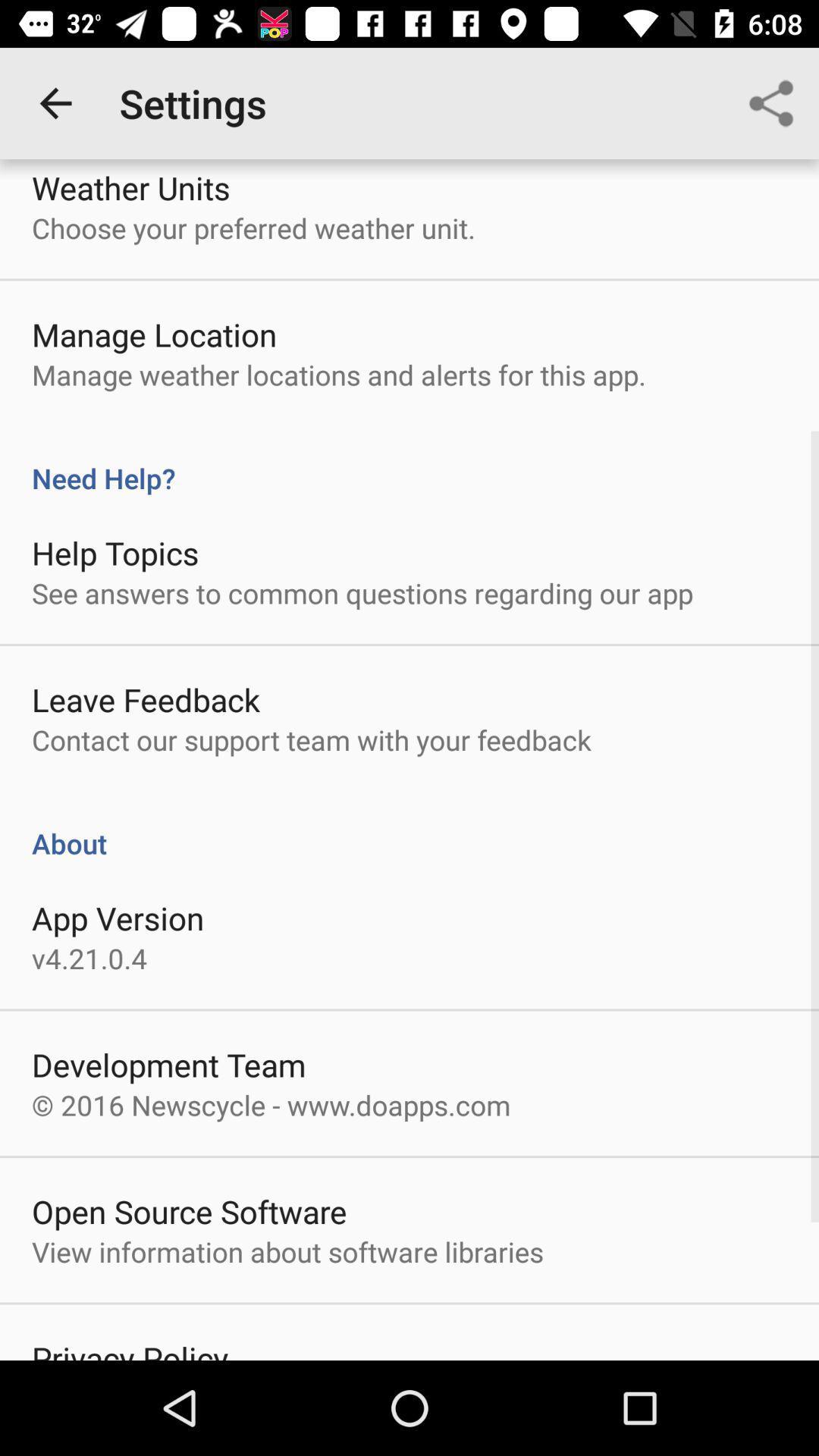  Describe the element at coordinates (129, 1348) in the screenshot. I see `the icon below the view information about` at that location.